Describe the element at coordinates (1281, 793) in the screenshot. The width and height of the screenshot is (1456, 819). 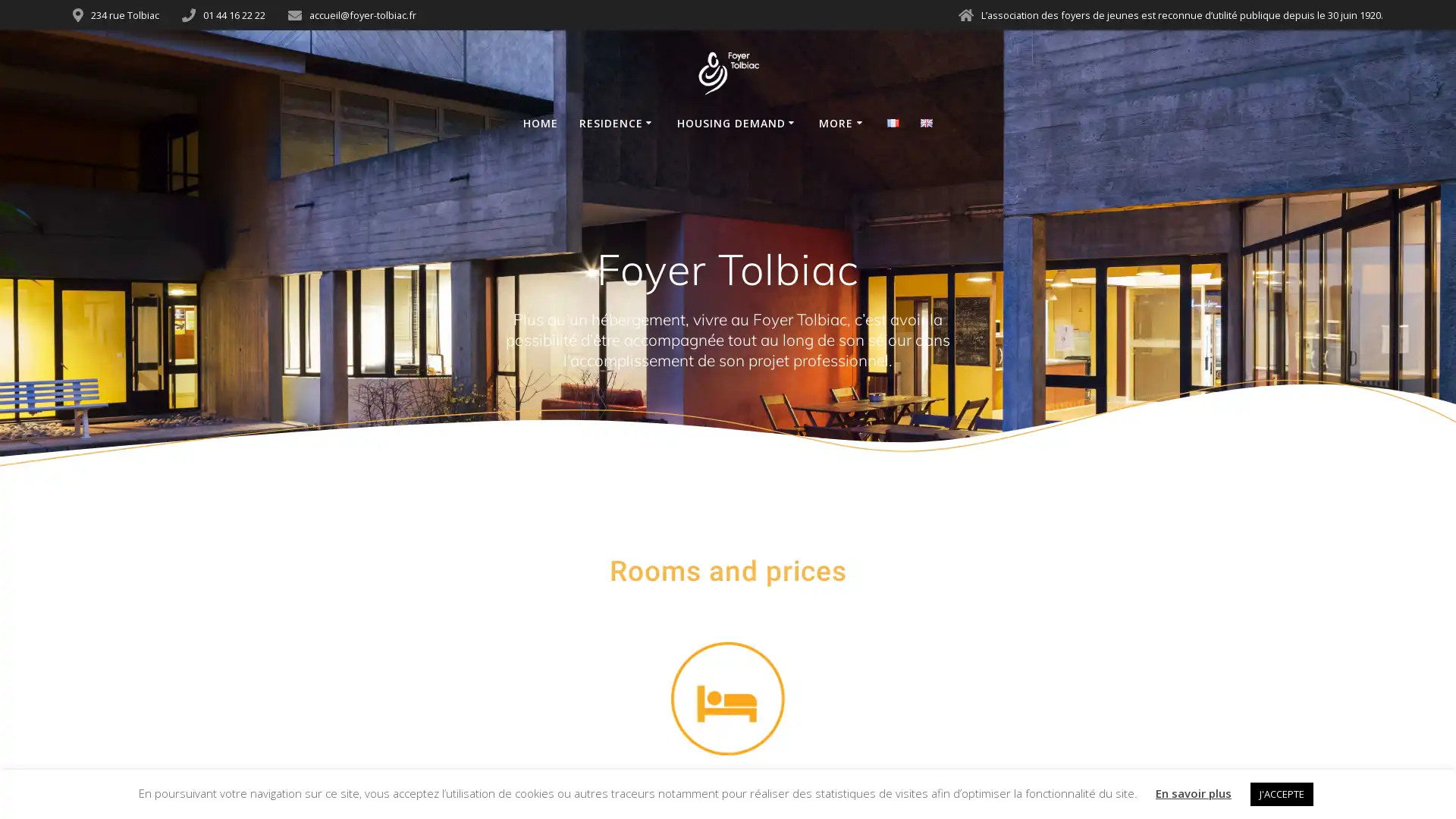
I see `J'ACCEPTE` at that location.